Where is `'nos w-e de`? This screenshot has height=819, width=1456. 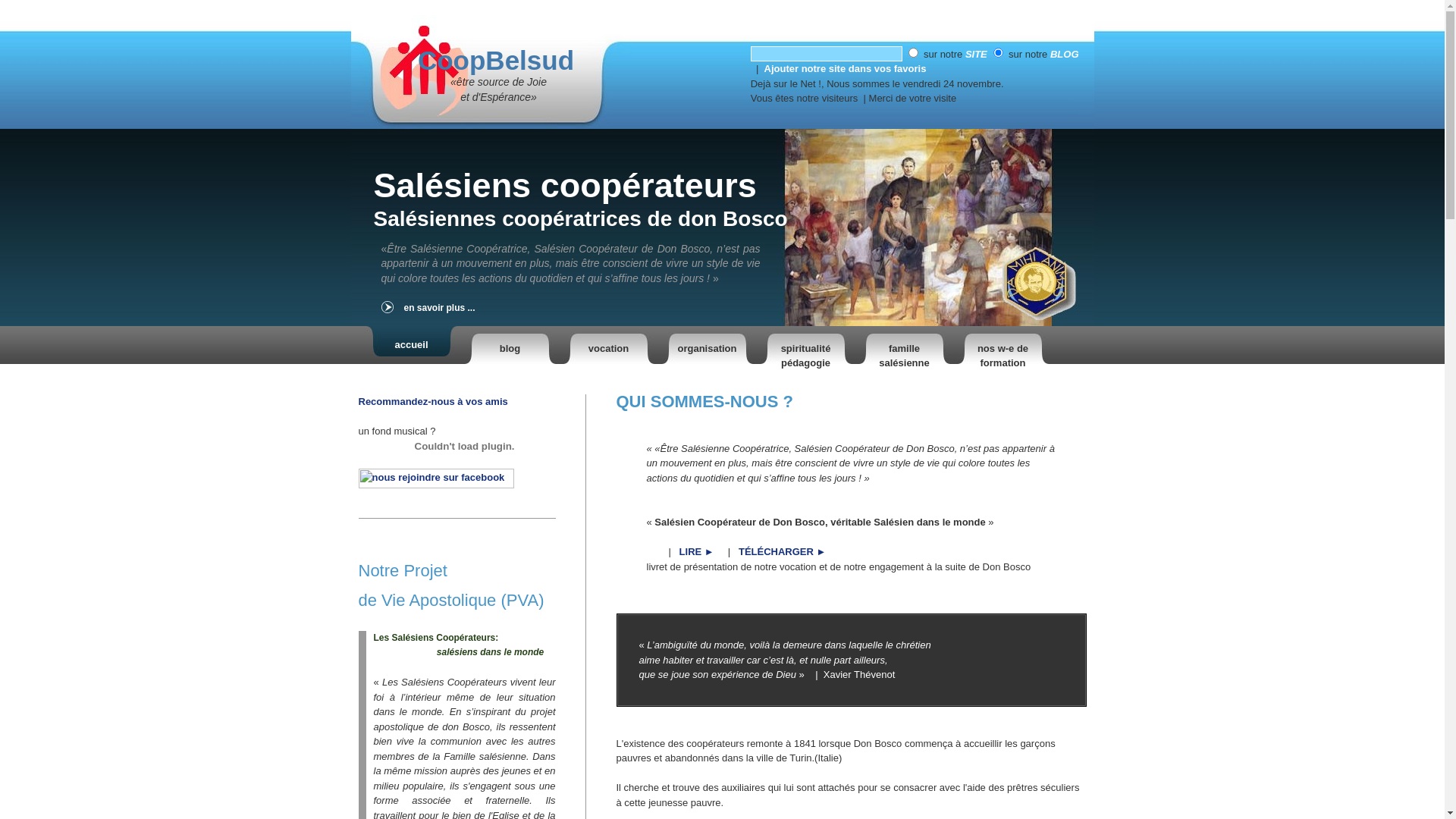
'nos w-e de is located at coordinates (956, 345).